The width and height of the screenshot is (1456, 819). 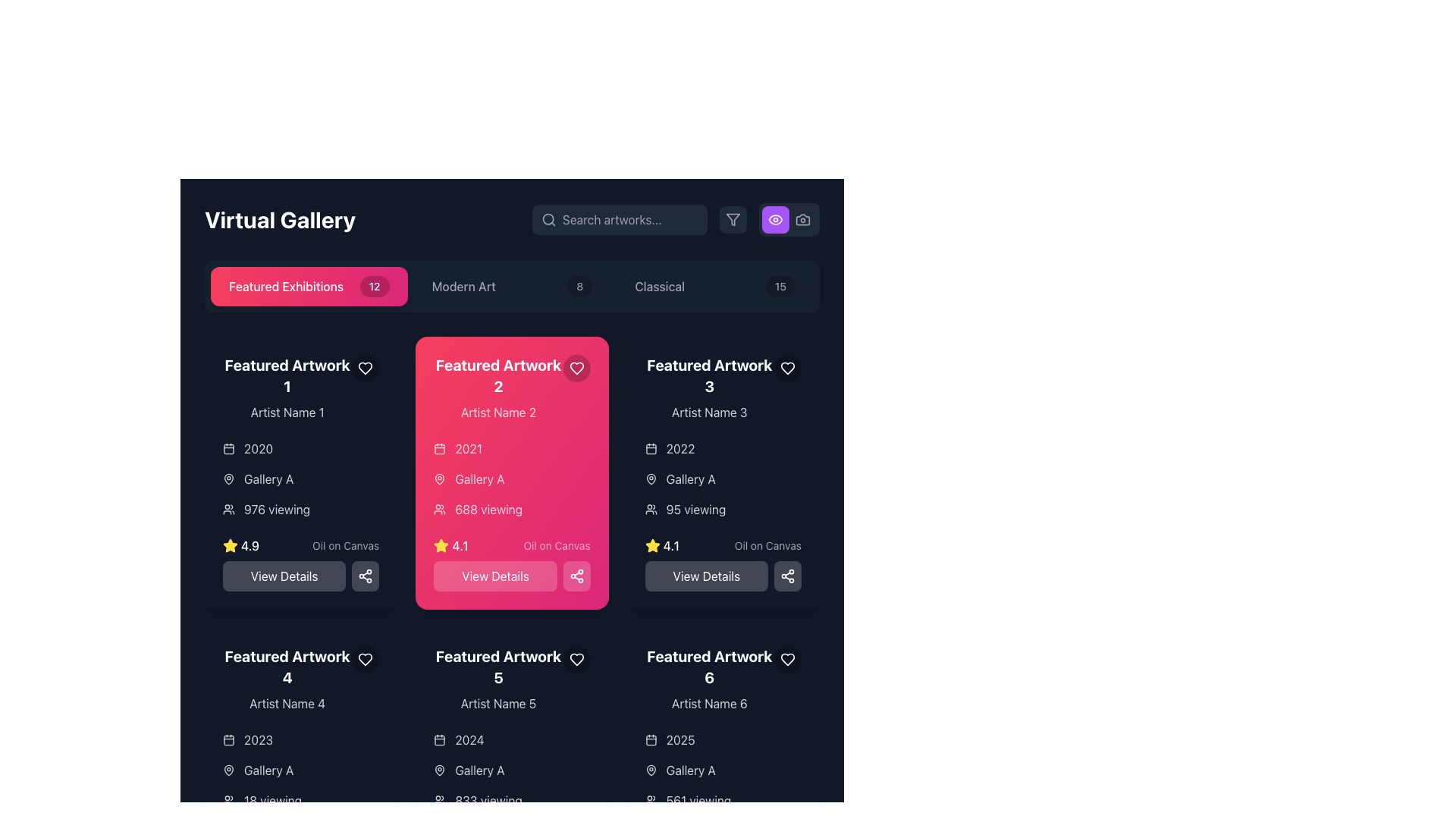 I want to click on the outlined pin icon located in the 'Featured Artwork 2' card, positioned below the '2021' label and above the '688 viewing' text, so click(x=439, y=479).